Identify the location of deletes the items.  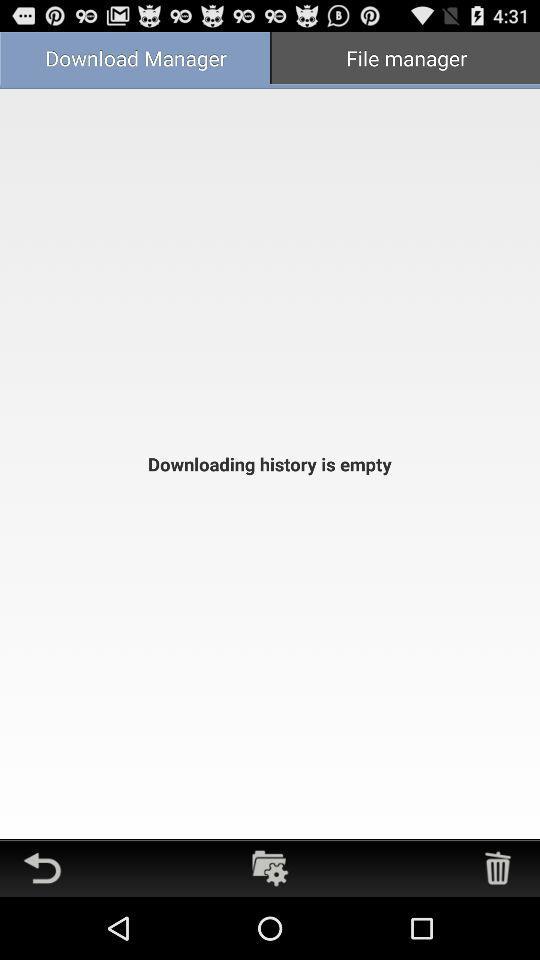
(496, 867).